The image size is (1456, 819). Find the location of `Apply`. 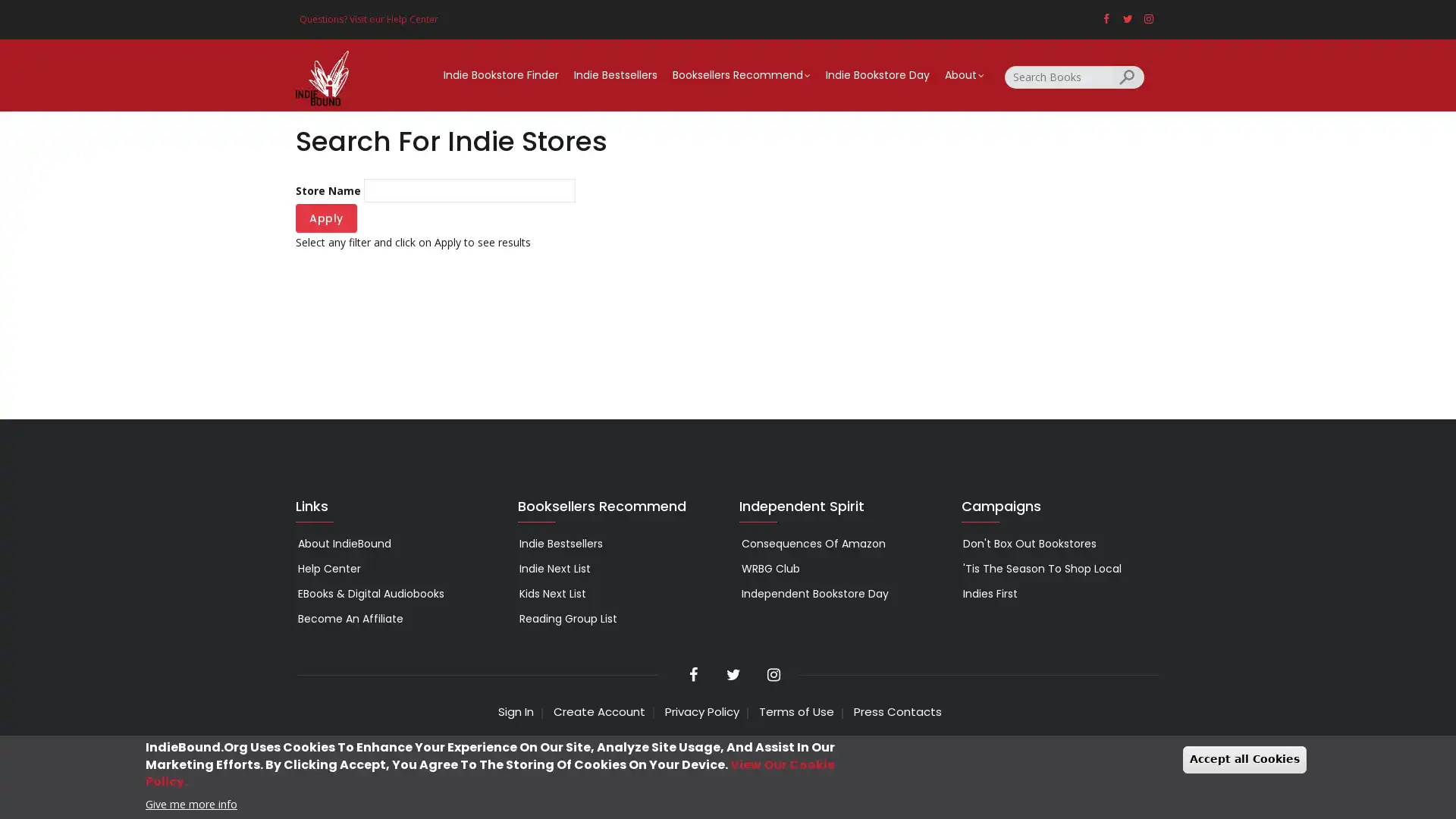

Apply is located at coordinates (325, 218).